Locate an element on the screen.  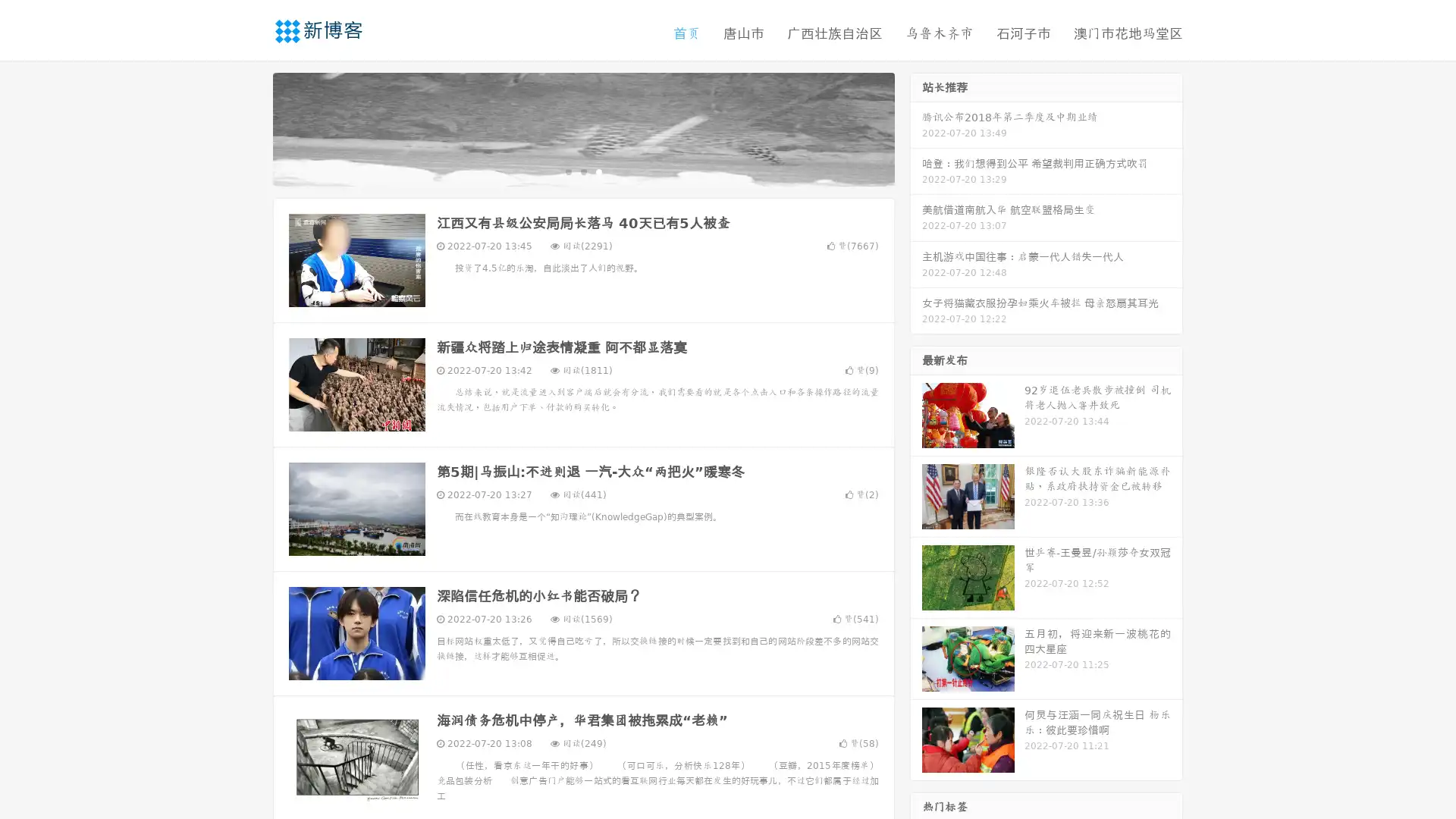
Go to slide 2 is located at coordinates (582, 171).